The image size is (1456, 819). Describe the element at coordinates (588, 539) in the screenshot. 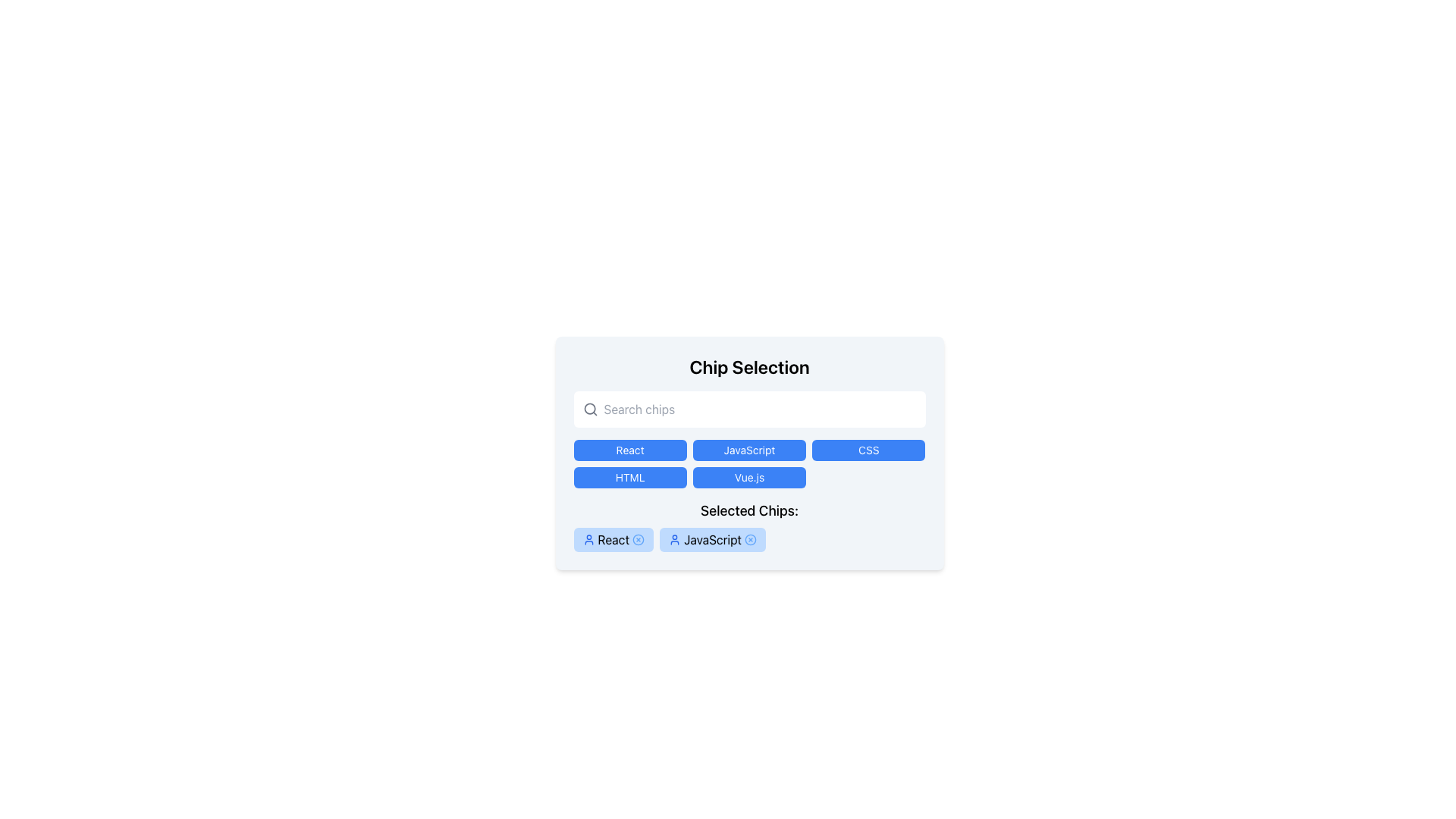

I see `the blue SVG icon representing a head and shoulders, located within the first 'React' chip in the 'Selected Chips' section at the bottom of the interface` at that location.